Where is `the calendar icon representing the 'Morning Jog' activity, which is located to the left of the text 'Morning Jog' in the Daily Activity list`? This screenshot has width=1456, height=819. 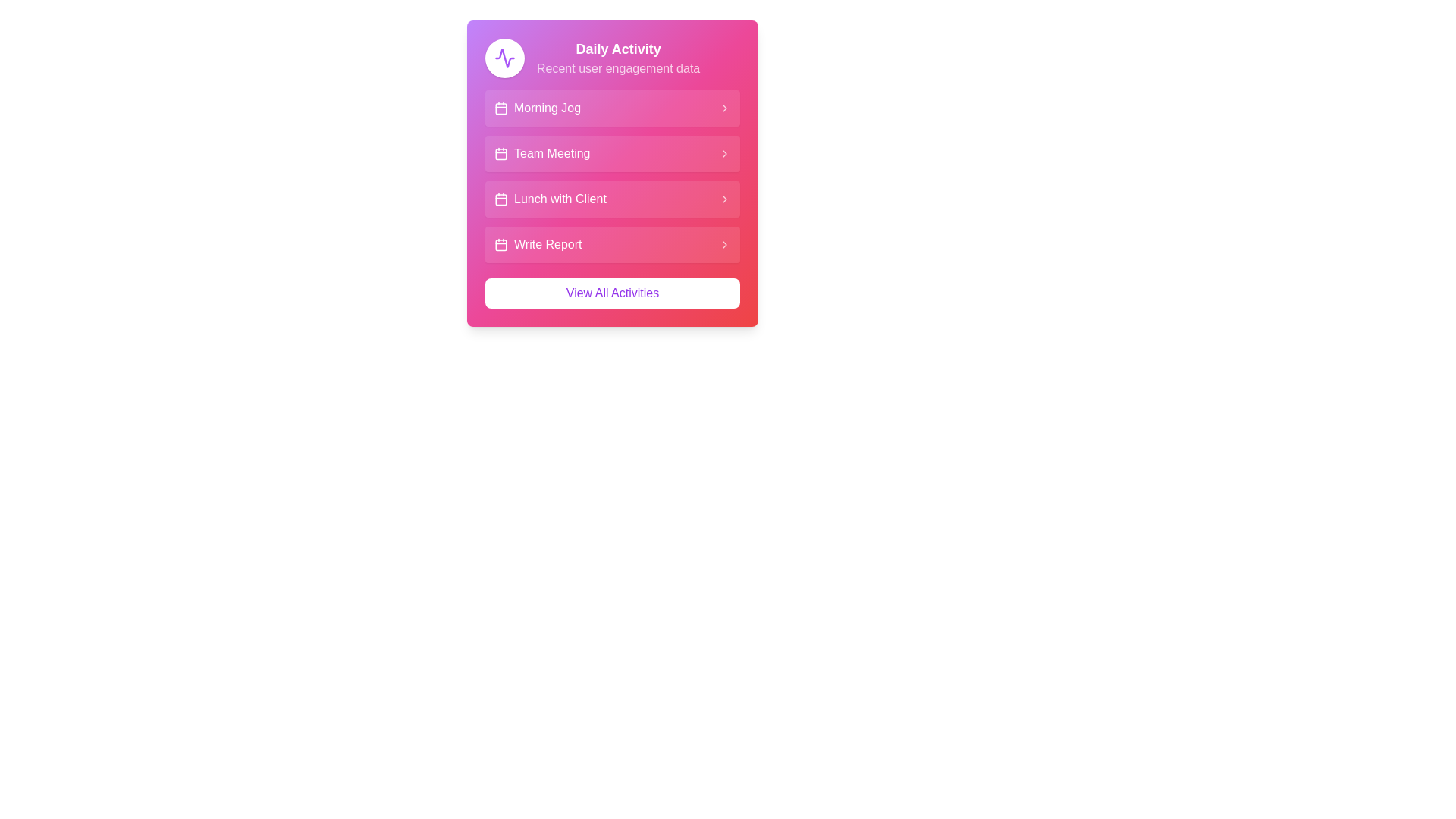 the calendar icon representing the 'Morning Jog' activity, which is located to the left of the text 'Morning Jog' in the Daily Activity list is located at coordinates (501, 107).